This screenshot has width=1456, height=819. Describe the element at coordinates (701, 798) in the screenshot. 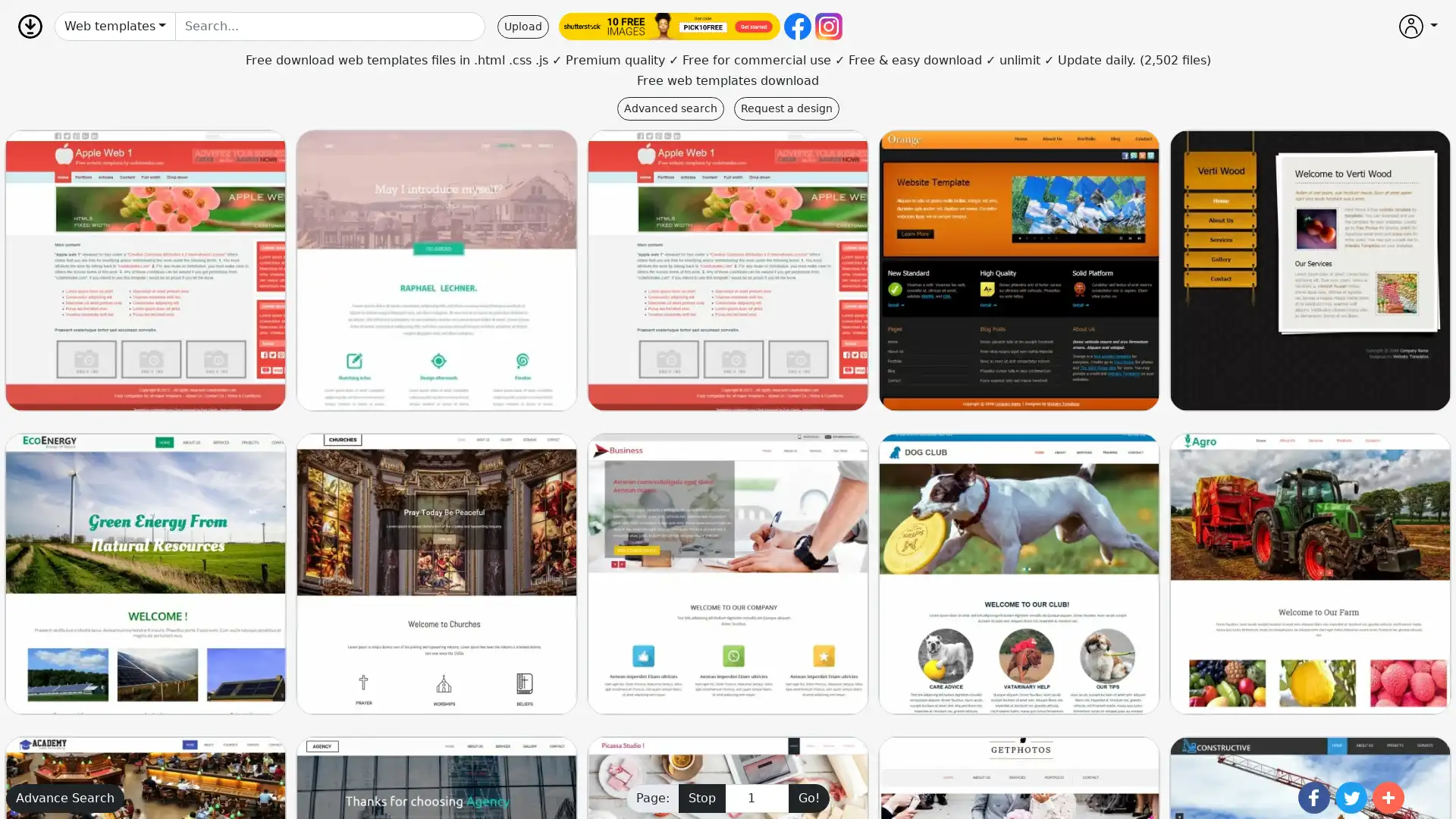

I see `Stop` at that location.